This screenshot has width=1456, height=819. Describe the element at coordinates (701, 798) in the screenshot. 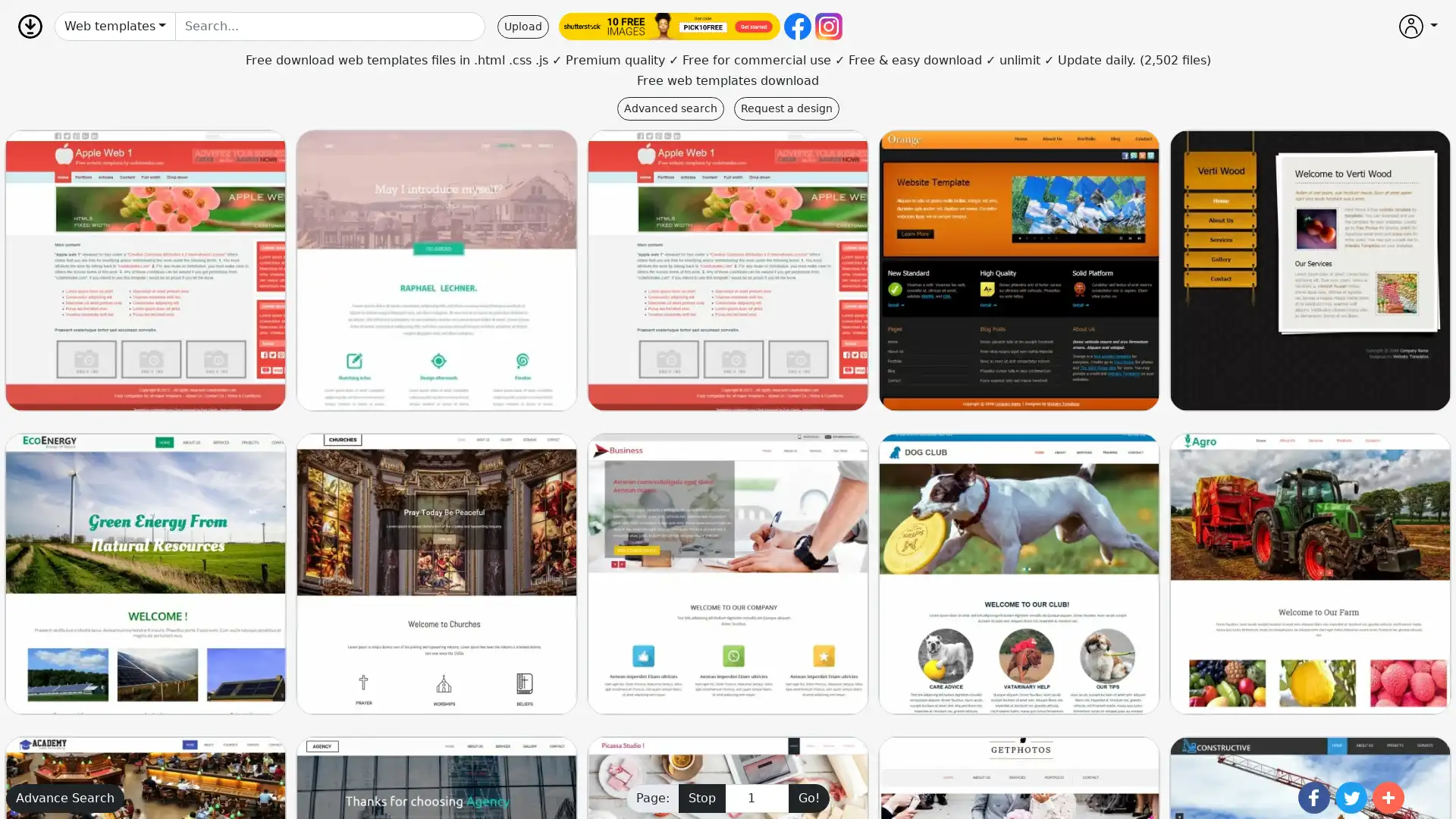

I see `Stop` at that location.